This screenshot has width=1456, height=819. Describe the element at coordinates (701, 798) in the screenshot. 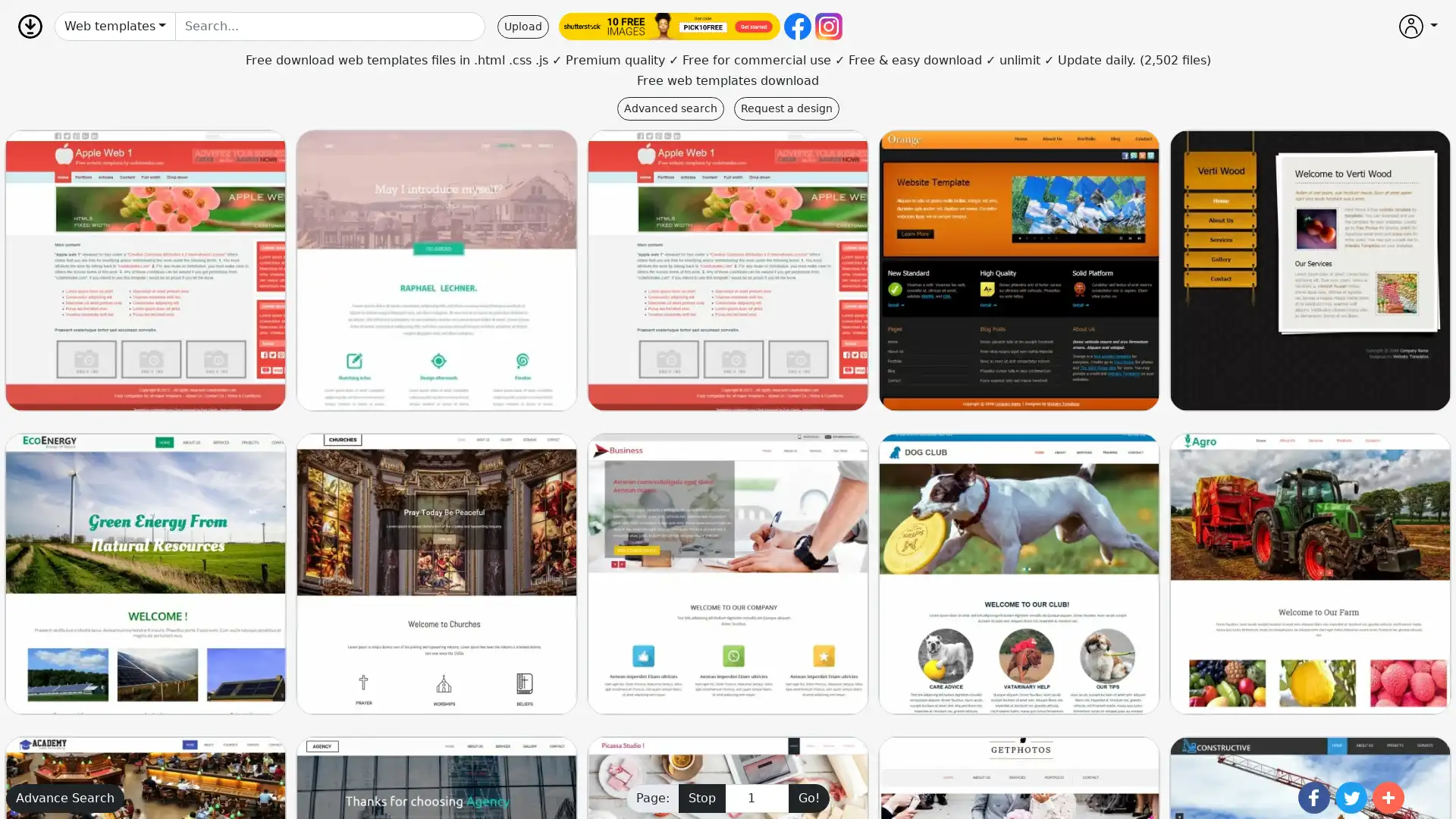

I see `Stop` at that location.